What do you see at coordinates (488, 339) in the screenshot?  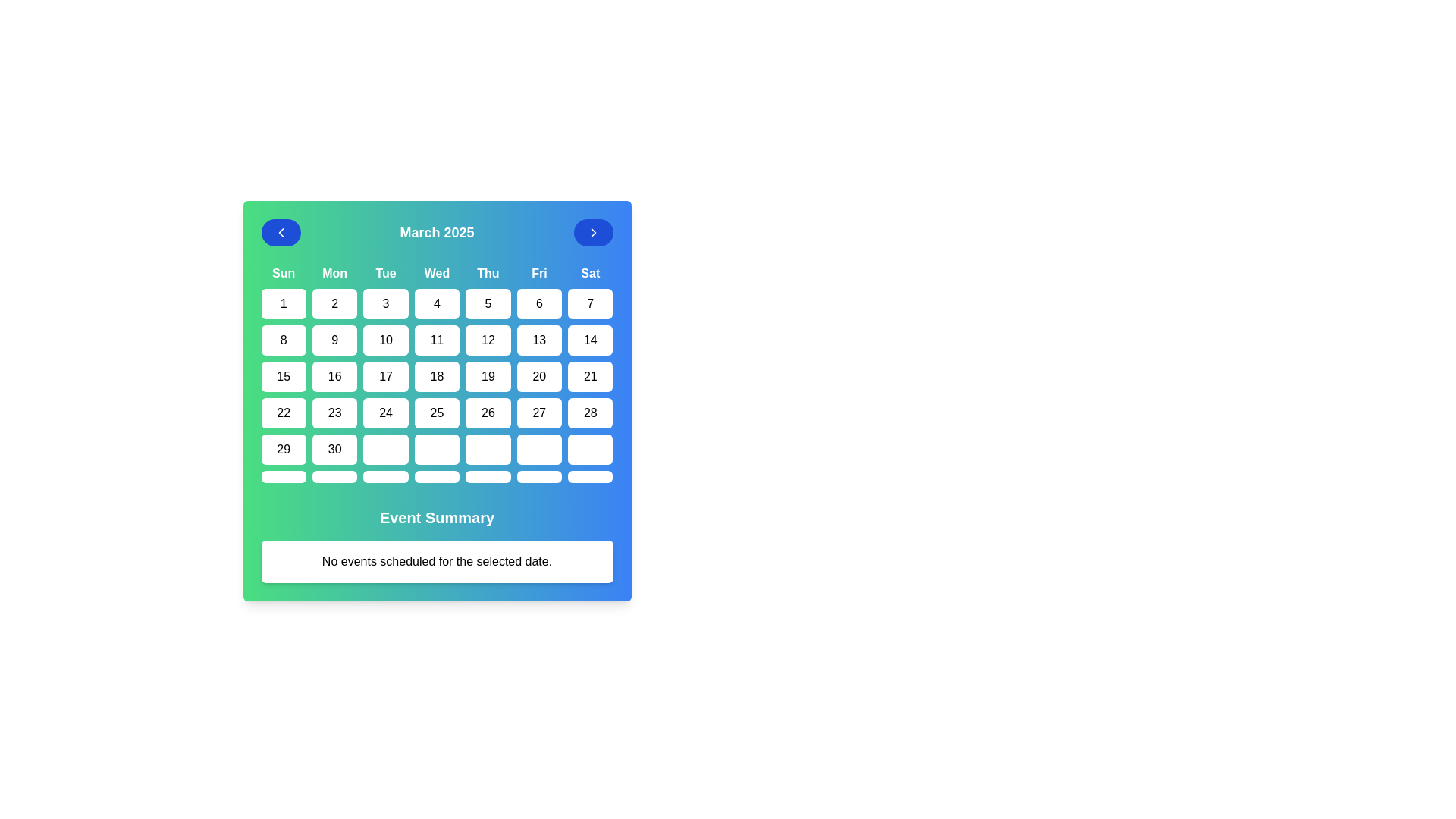 I see `the date selector button for '12' in the calendar interface` at bounding box center [488, 339].